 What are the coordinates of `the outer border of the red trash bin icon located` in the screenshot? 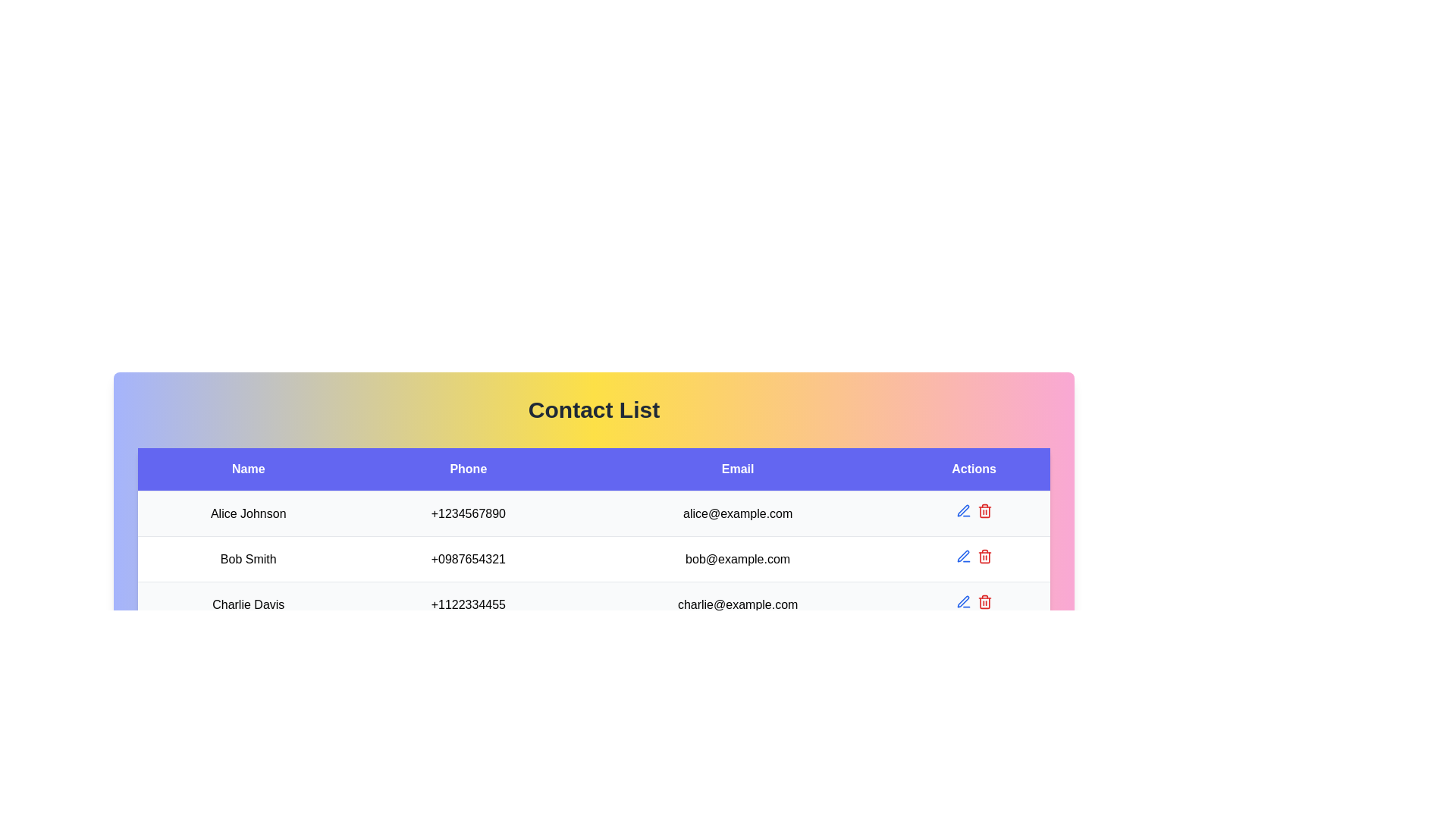 It's located at (984, 602).